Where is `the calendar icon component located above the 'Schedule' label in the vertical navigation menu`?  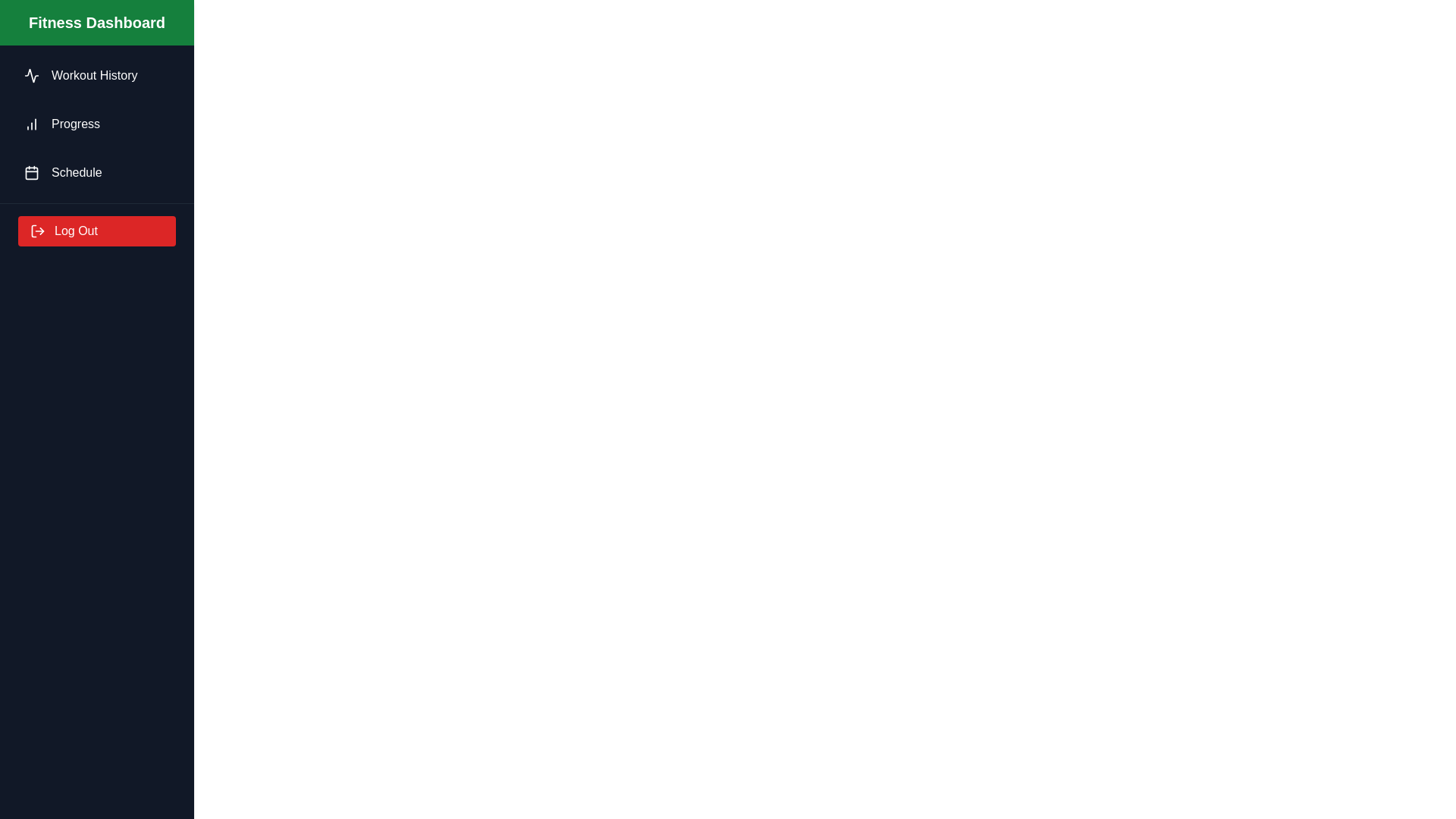
the calendar icon component located above the 'Schedule' label in the vertical navigation menu is located at coordinates (32, 171).